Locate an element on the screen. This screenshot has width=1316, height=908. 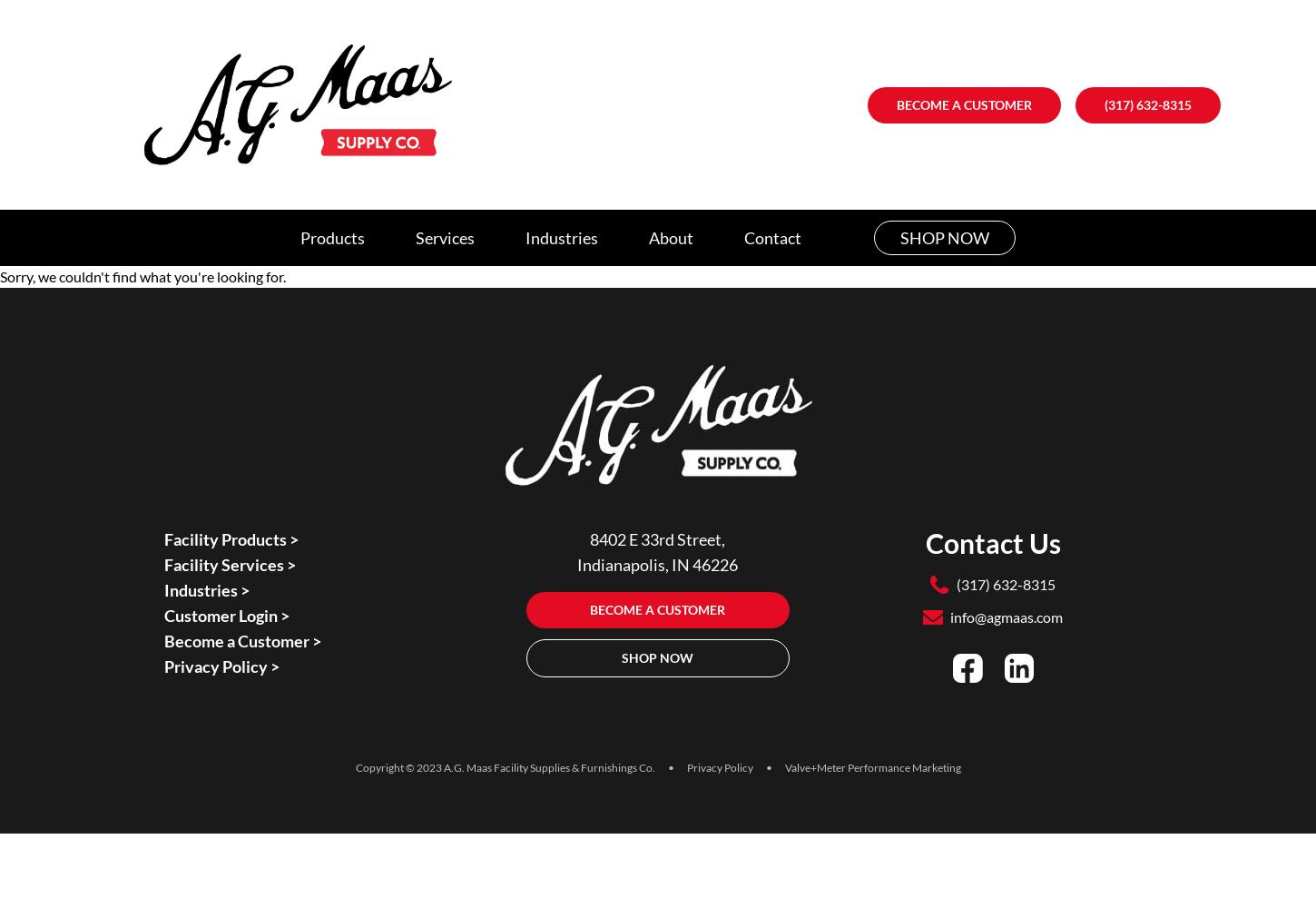
'Industries >' is located at coordinates (205, 590).